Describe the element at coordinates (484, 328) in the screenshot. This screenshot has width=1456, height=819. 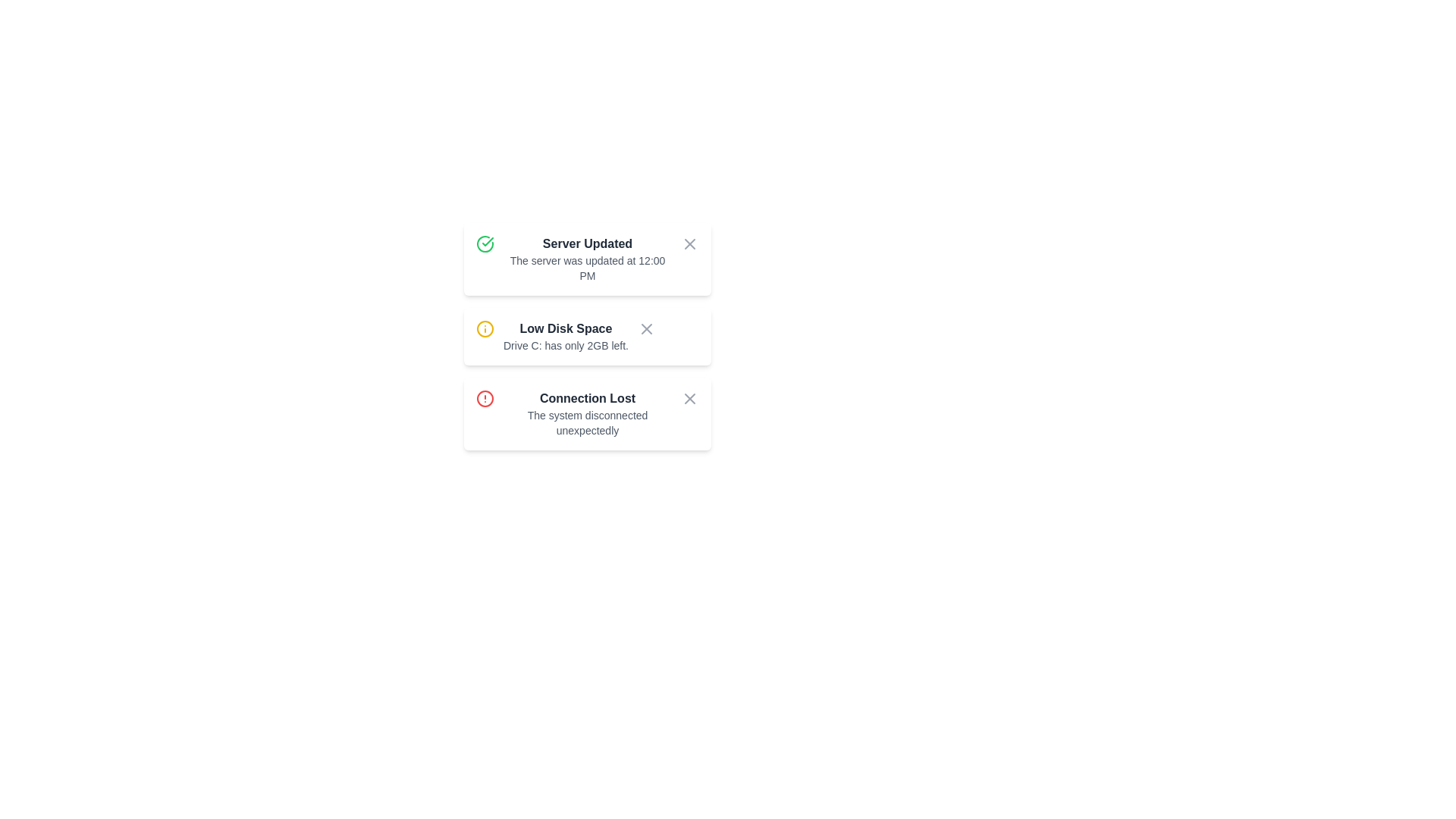
I see `the warning icon located on the left side of the notification box that indicates 'Low Disk Space'` at that location.